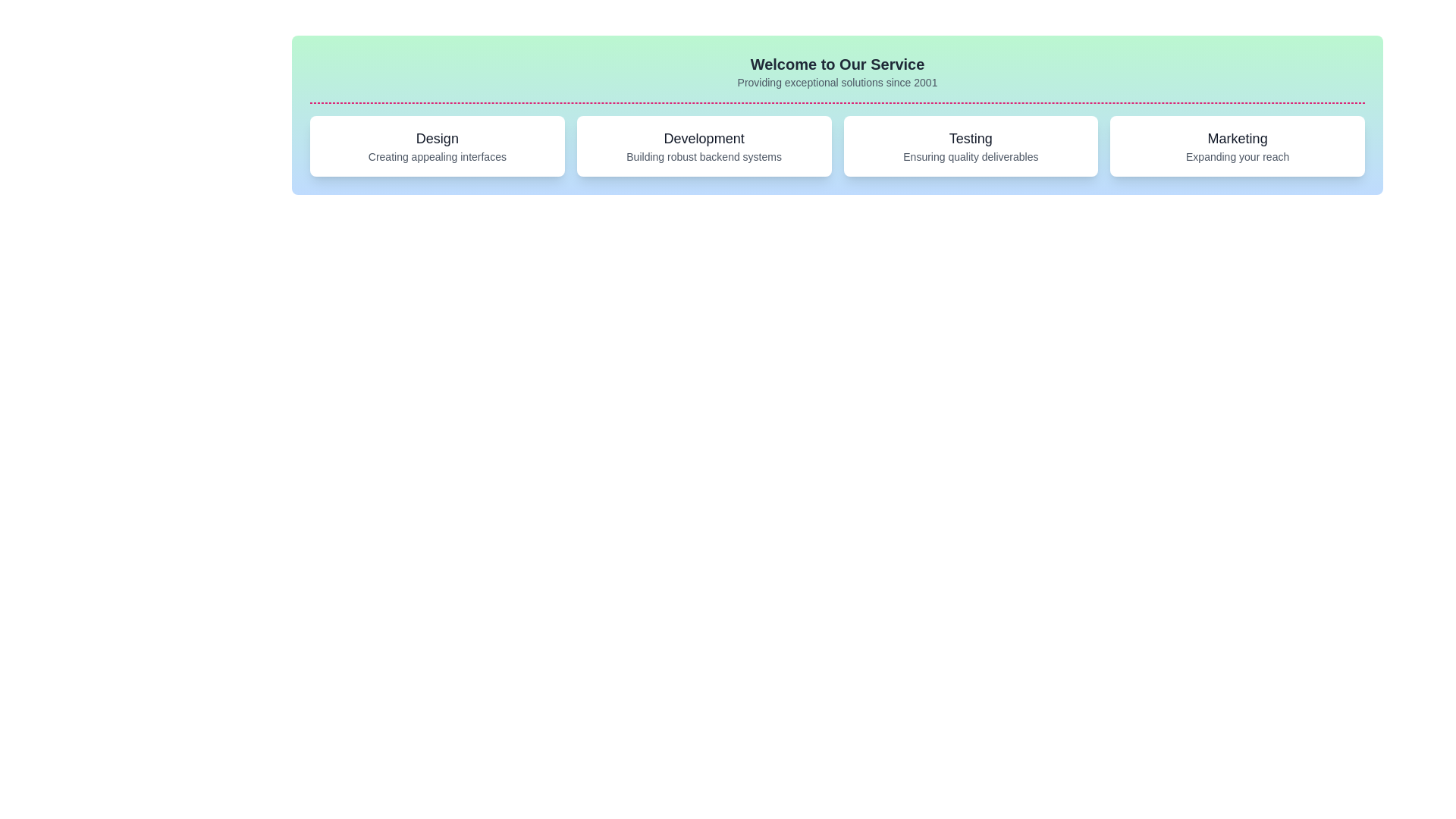 The width and height of the screenshot is (1456, 819). Describe the element at coordinates (971, 138) in the screenshot. I see `the Text label (heading) located at the top of the third card from the left, which summarizes the card's focus area and is above the text 'Ensuring quality deliverables'` at that location.